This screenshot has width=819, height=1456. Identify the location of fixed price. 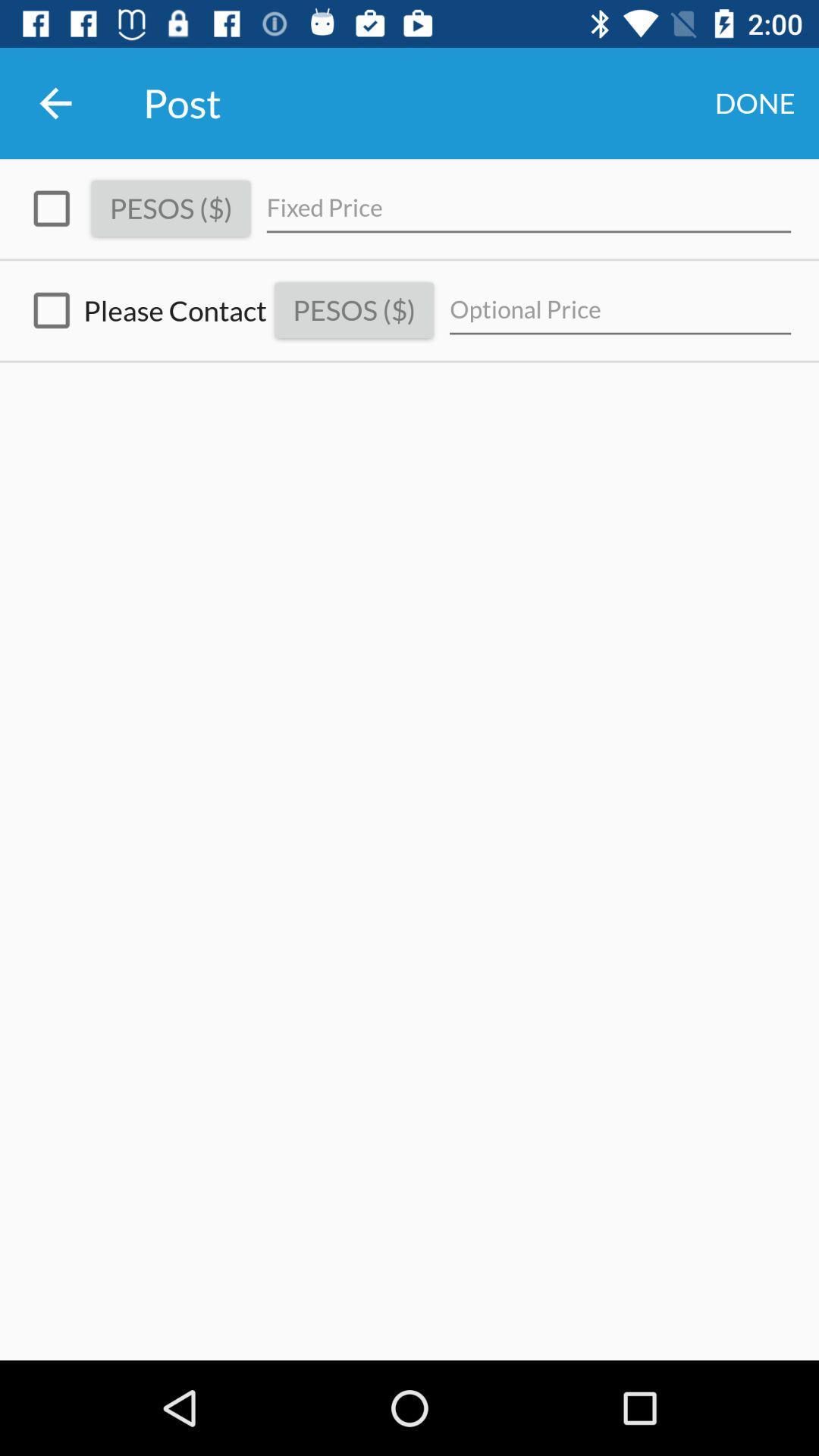
(528, 208).